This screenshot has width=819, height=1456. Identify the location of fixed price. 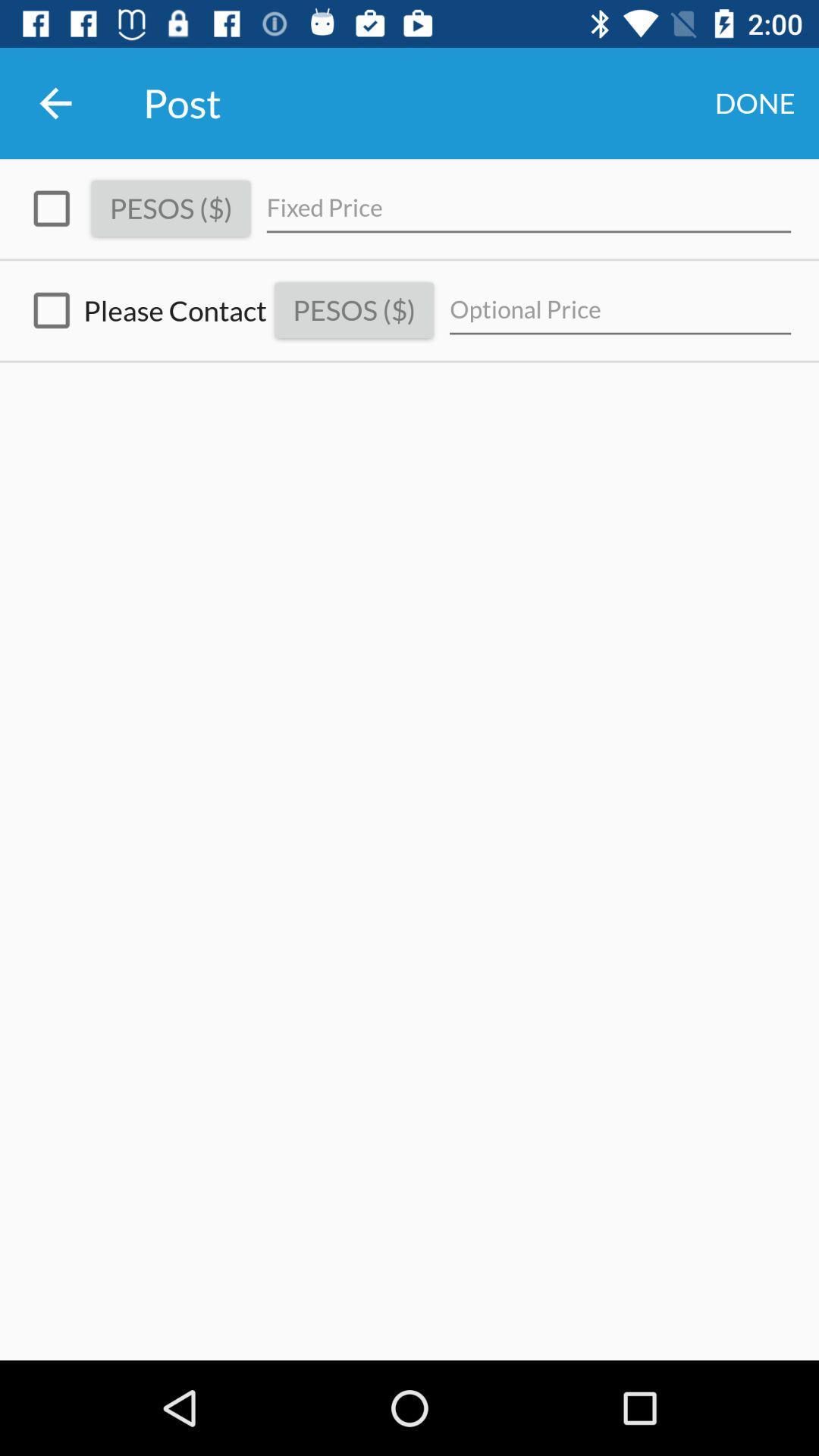
(528, 208).